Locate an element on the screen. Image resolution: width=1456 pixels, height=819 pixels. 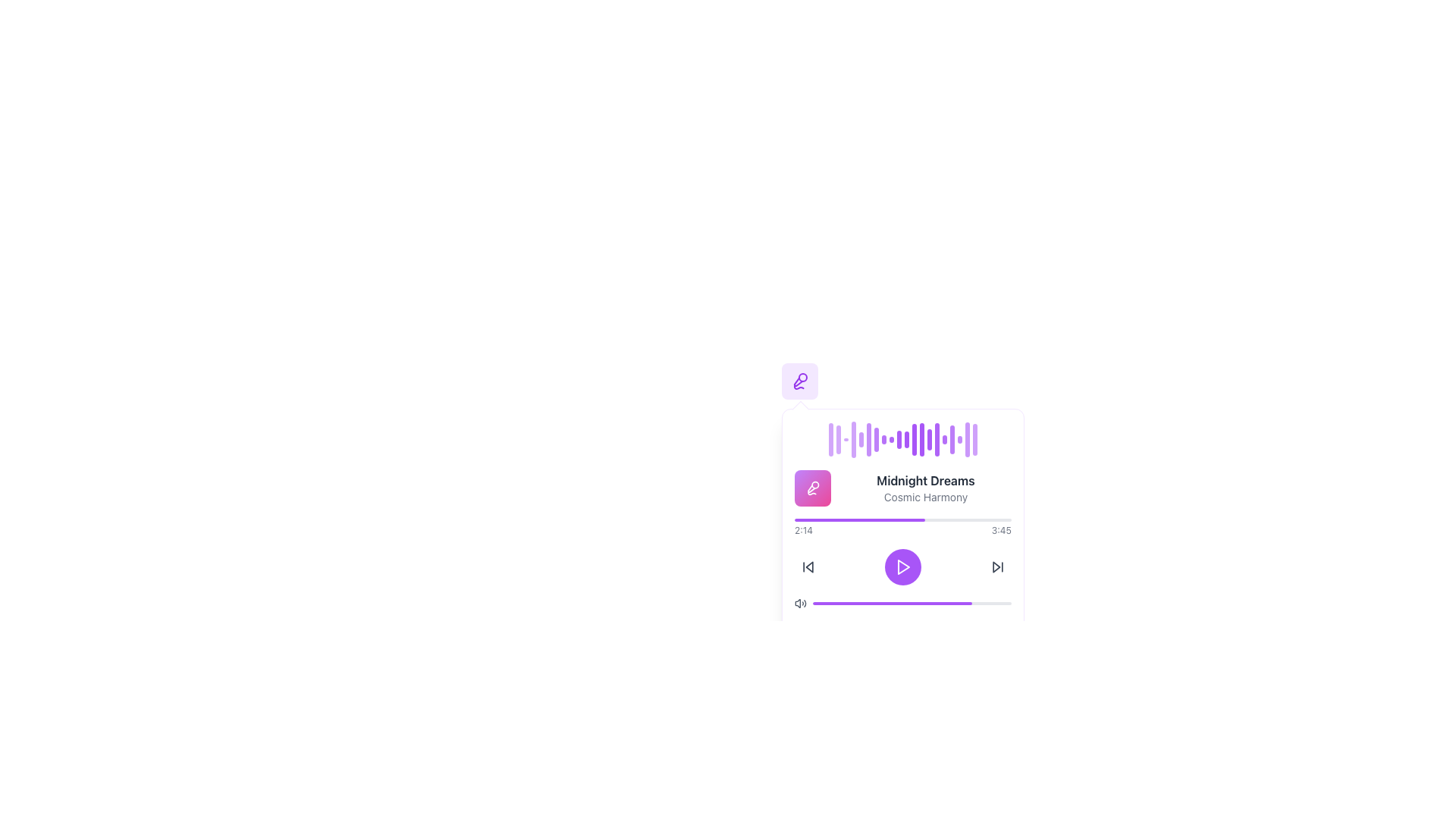
the purple microphone icon button located near the top-left corner of the music player widget is located at coordinates (799, 380).